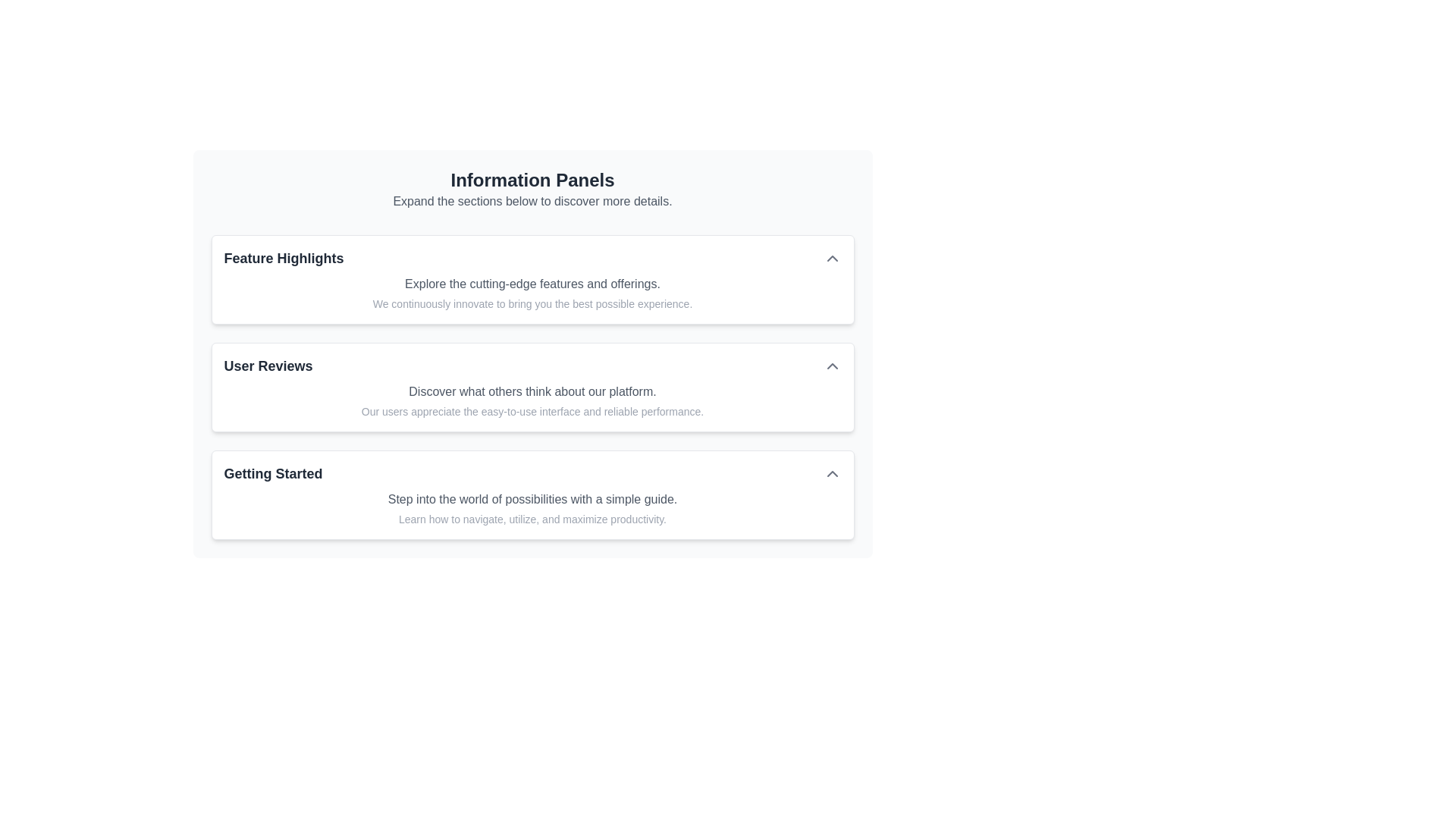 The image size is (1456, 819). Describe the element at coordinates (532, 386) in the screenshot. I see `the collapsible icon in the information panel group` at that location.